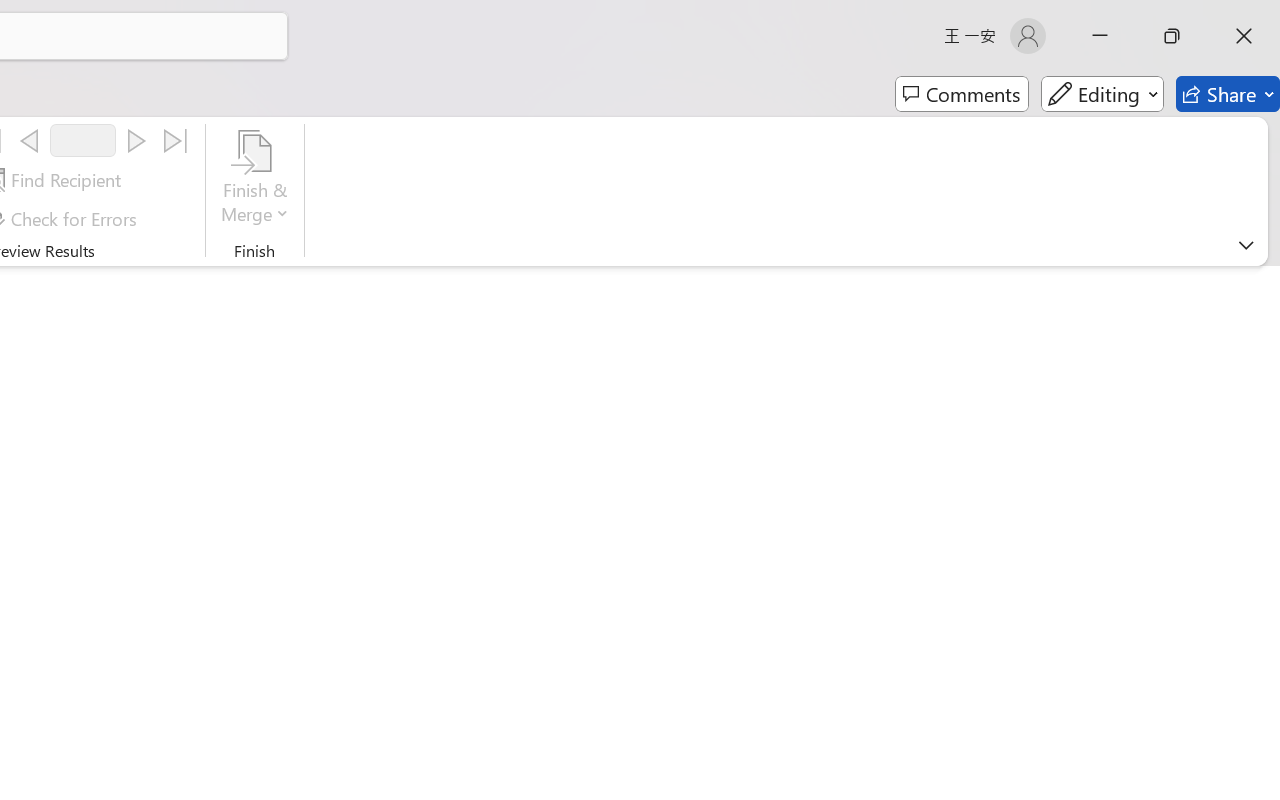 Image resolution: width=1280 pixels, height=800 pixels. What do you see at coordinates (961, 94) in the screenshot?
I see `'Comments'` at bounding box center [961, 94].